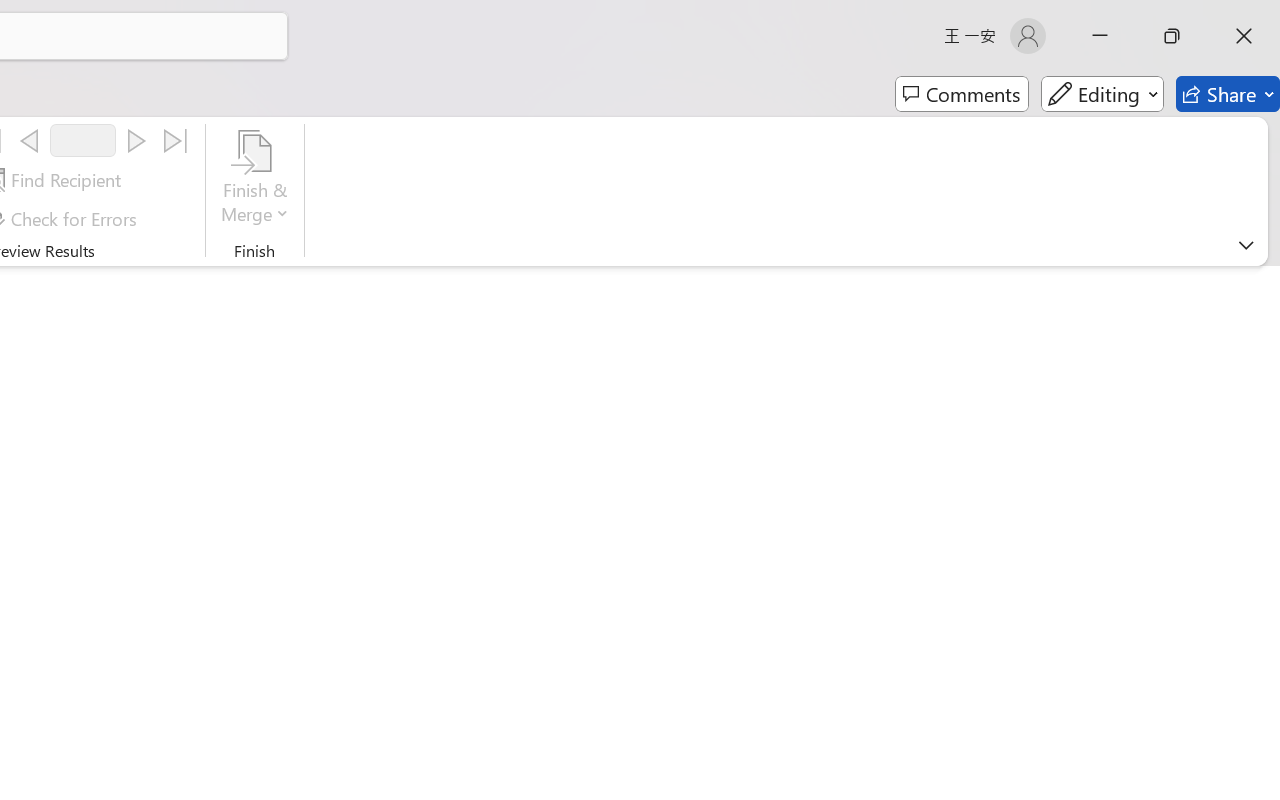 Image resolution: width=1280 pixels, height=800 pixels. What do you see at coordinates (961, 94) in the screenshot?
I see `'Comments'` at bounding box center [961, 94].